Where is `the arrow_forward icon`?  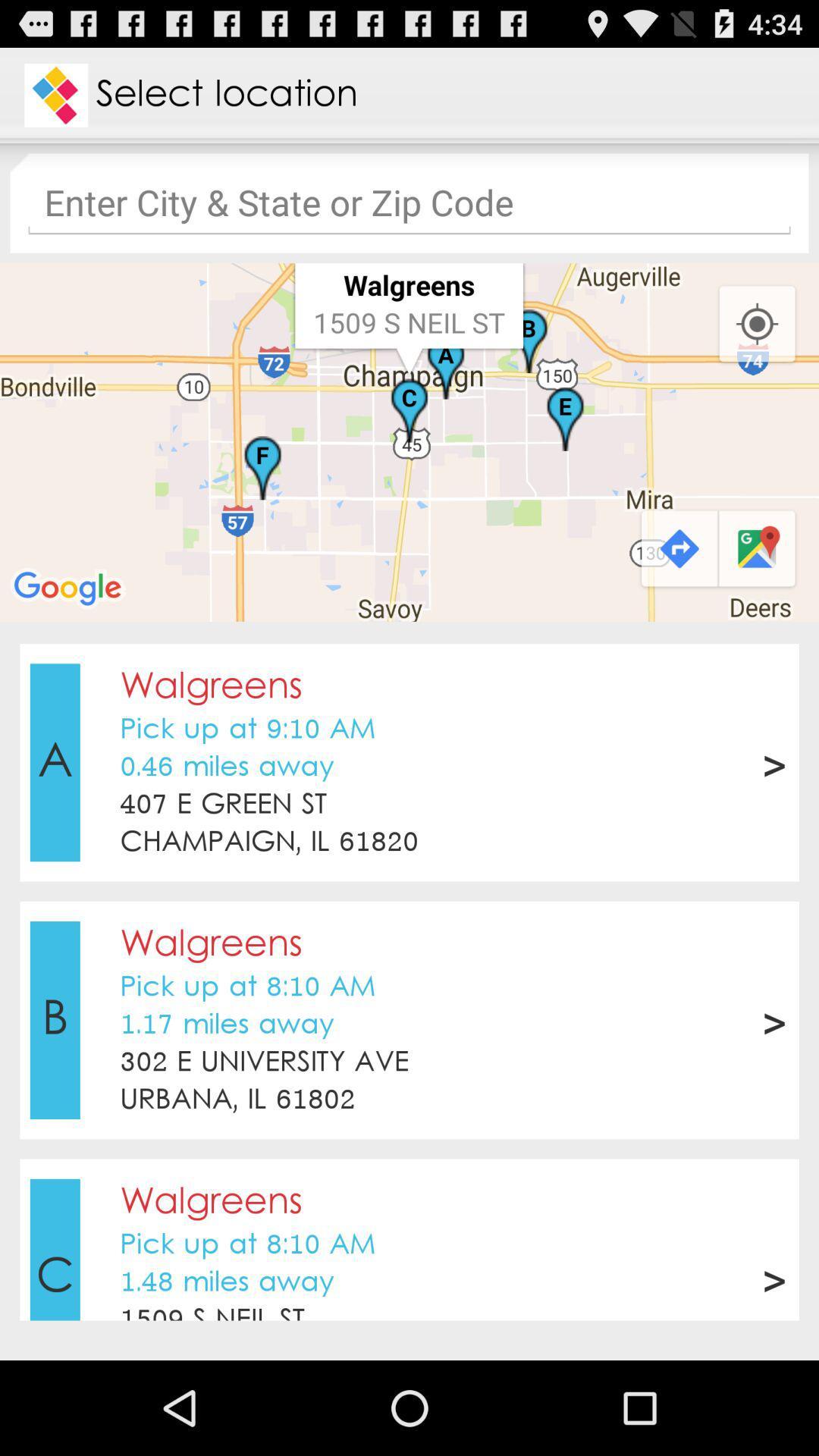
the arrow_forward icon is located at coordinates (677, 587).